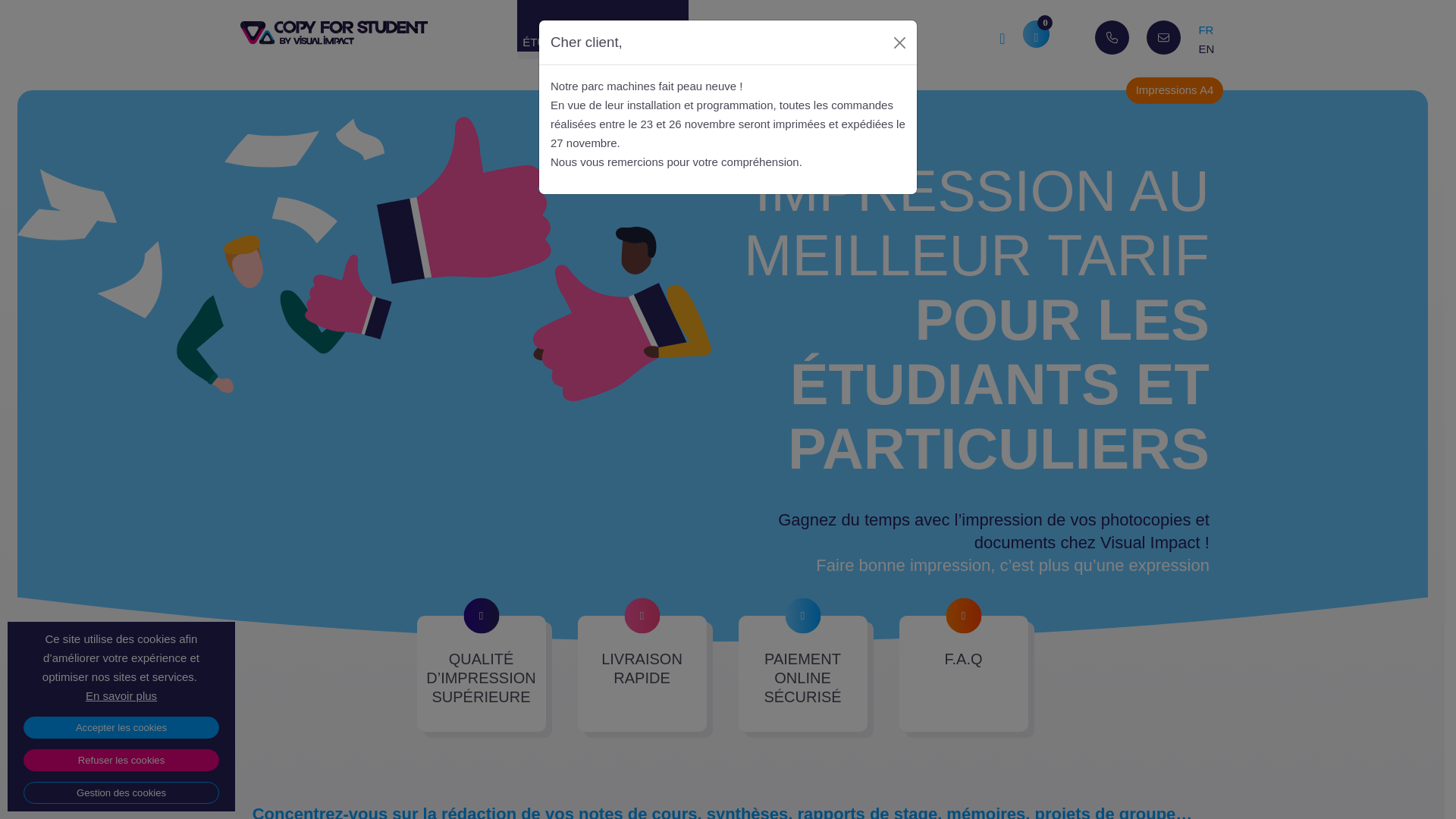  What do you see at coordinates (120, 760) in the screenshot?
I see `'Refuser les cookies'` at bounding box center [120, 760].